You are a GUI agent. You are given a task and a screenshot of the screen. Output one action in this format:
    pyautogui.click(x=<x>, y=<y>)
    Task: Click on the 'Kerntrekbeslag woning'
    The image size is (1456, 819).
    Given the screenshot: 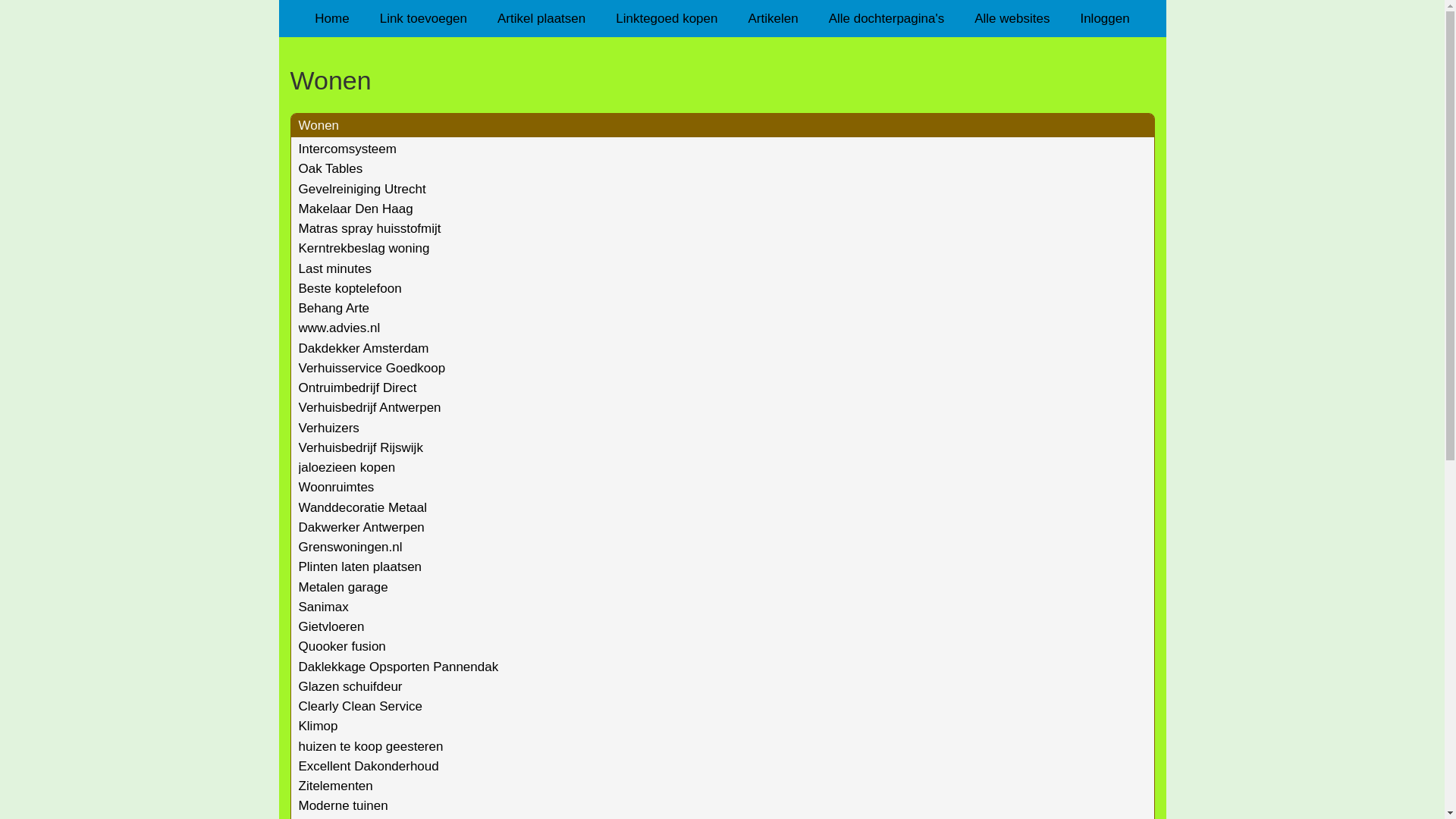 What is the action you would take?
    pyautogui.click(x=364, y=247)
    